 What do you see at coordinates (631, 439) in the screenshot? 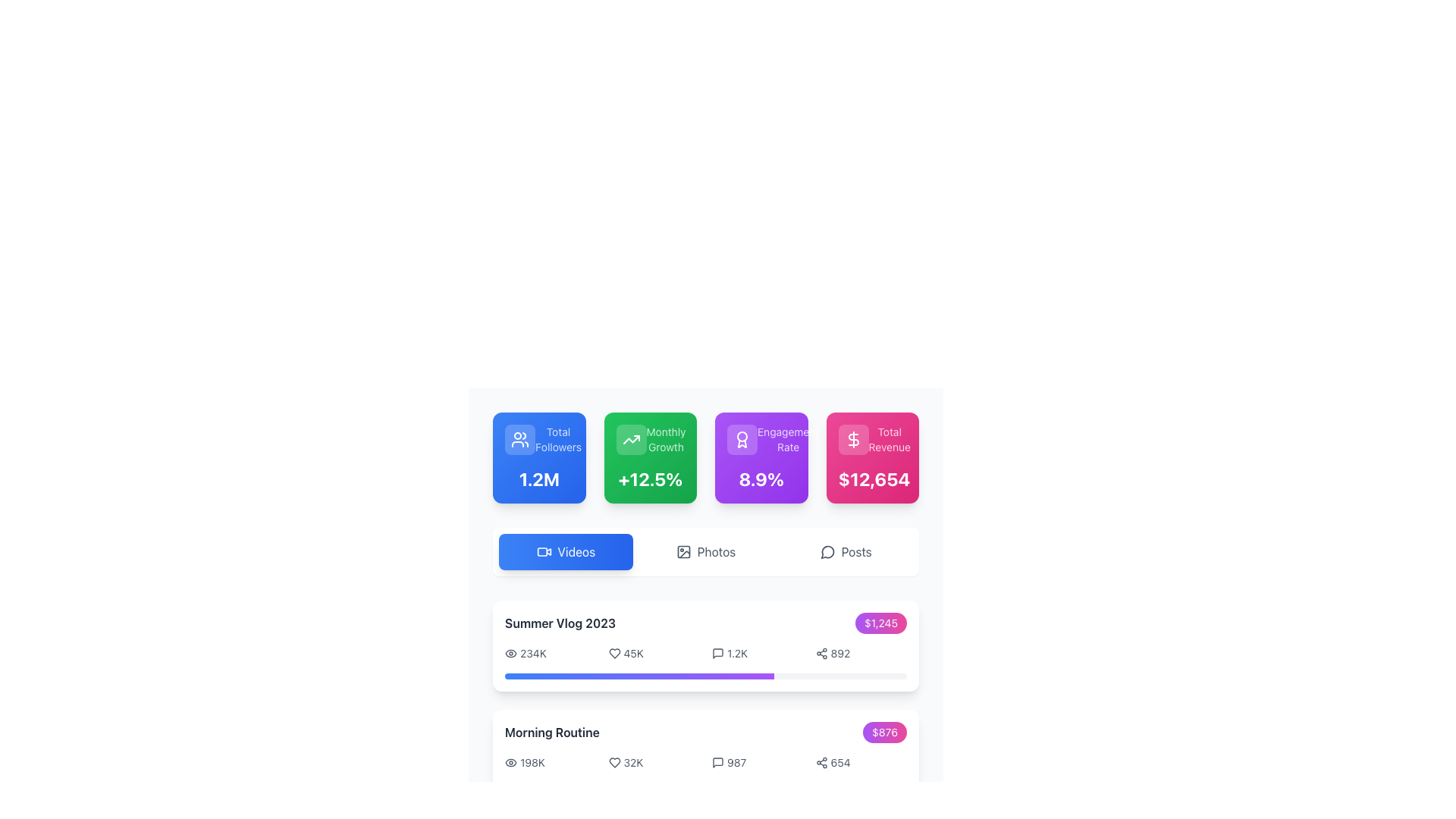
I see `the upward trending line icon with a white outline on a green background, located in the top-left corner of the 'Monthly Growth' metric card` at bounding box center [631, 439].